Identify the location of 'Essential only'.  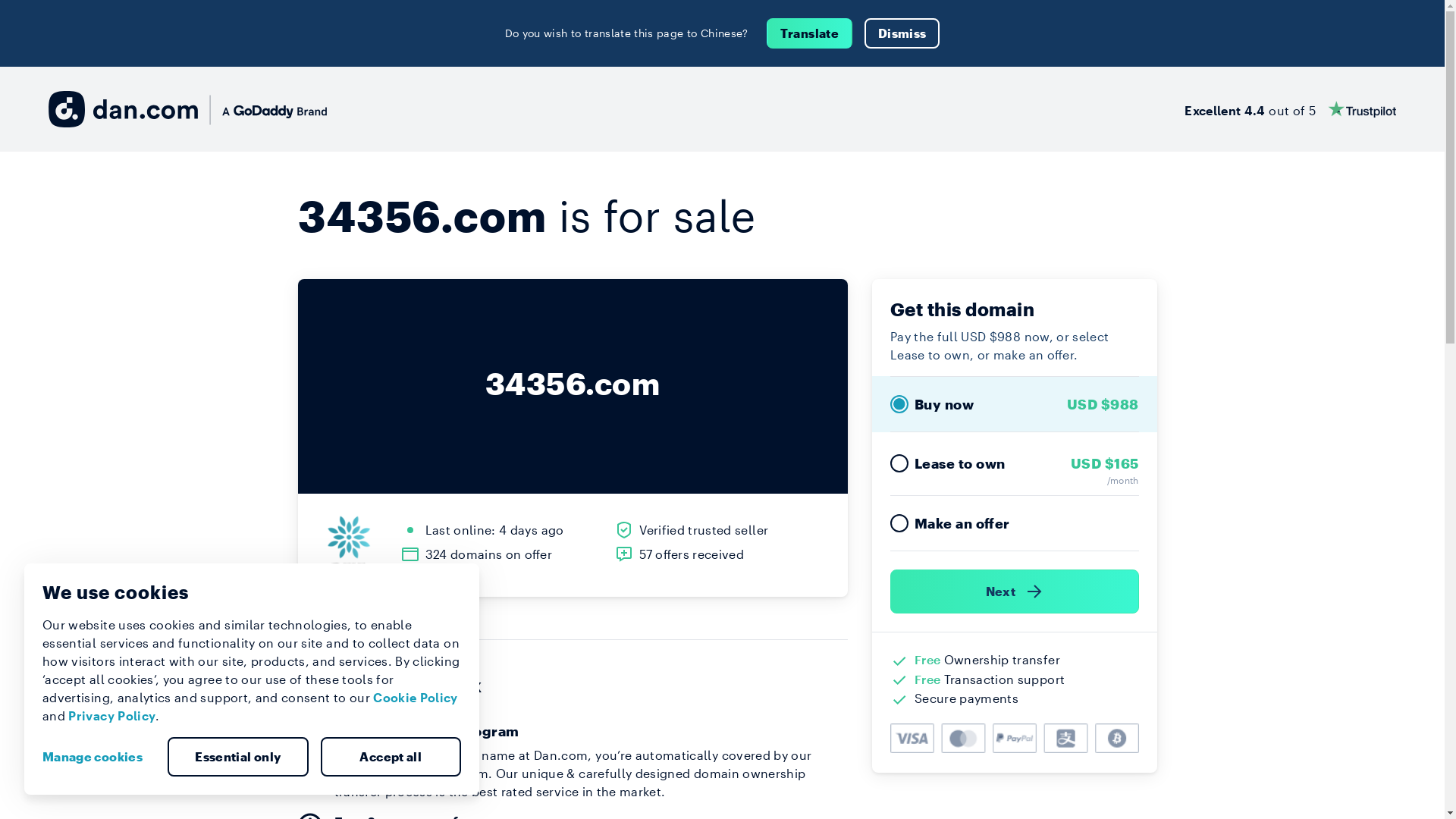
(237, 757).